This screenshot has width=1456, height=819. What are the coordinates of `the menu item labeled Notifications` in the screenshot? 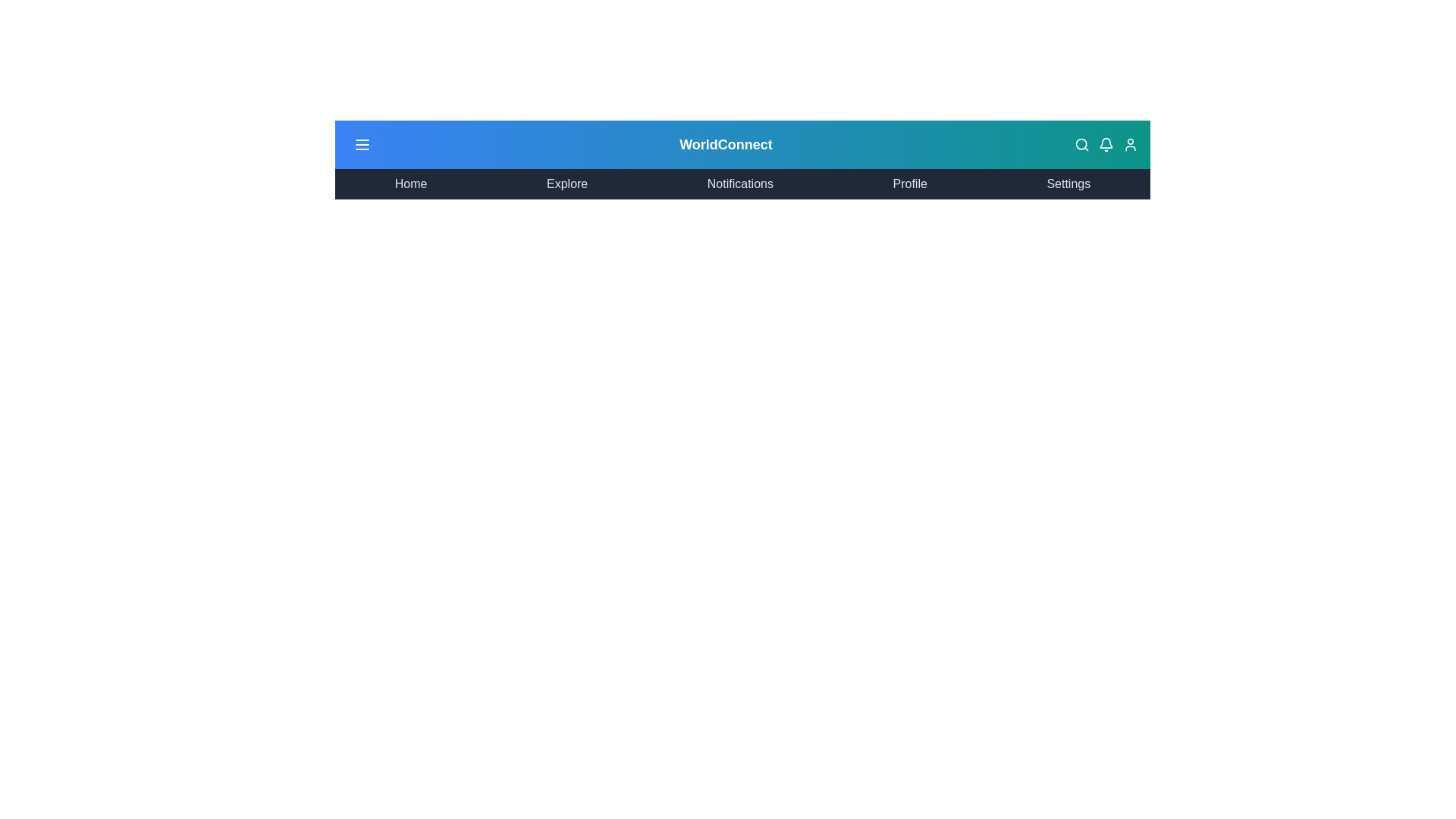 It's located at (739, 184).